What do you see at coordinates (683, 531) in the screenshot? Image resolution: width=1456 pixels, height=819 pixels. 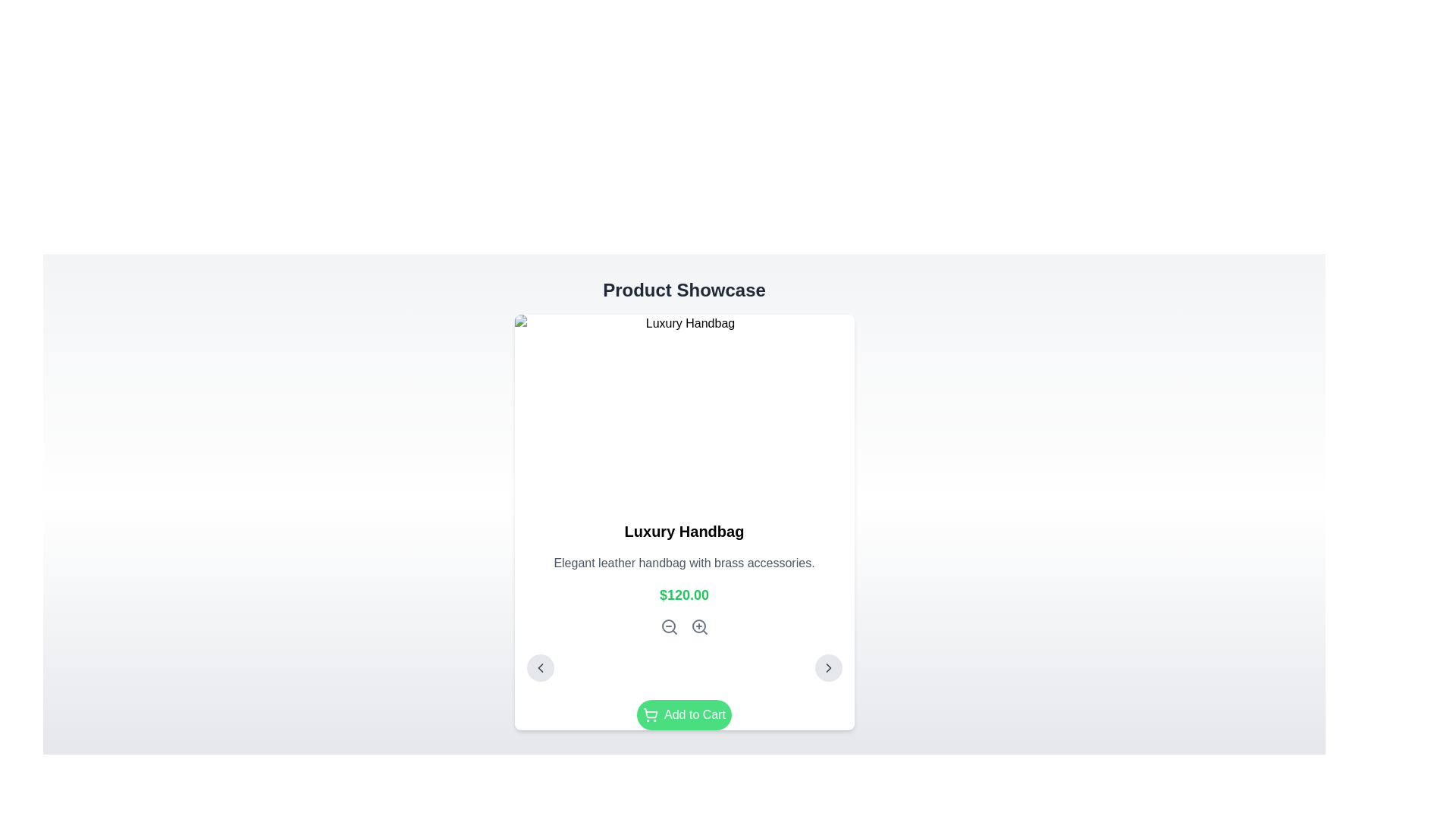 I see `the text label displaying the product title in the 'Product Showcase' card, which is located above the product description and price` at bounding box center [683, 531].